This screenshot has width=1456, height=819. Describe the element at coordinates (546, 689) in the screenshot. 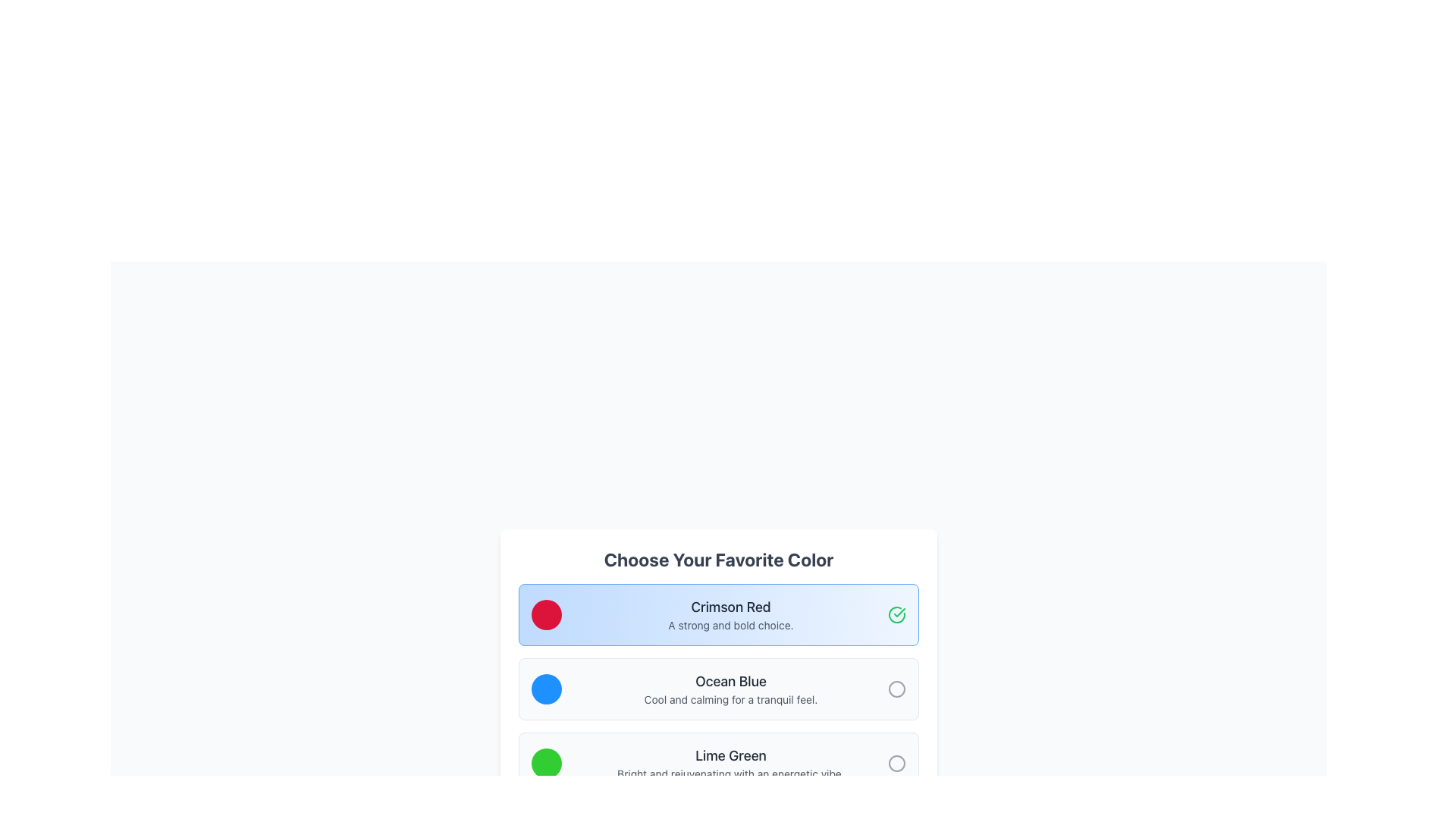

I see `the color of the circular Color indicator with a bright blue fill, located in the second row under the title 'Ocean Blue'` at that location.